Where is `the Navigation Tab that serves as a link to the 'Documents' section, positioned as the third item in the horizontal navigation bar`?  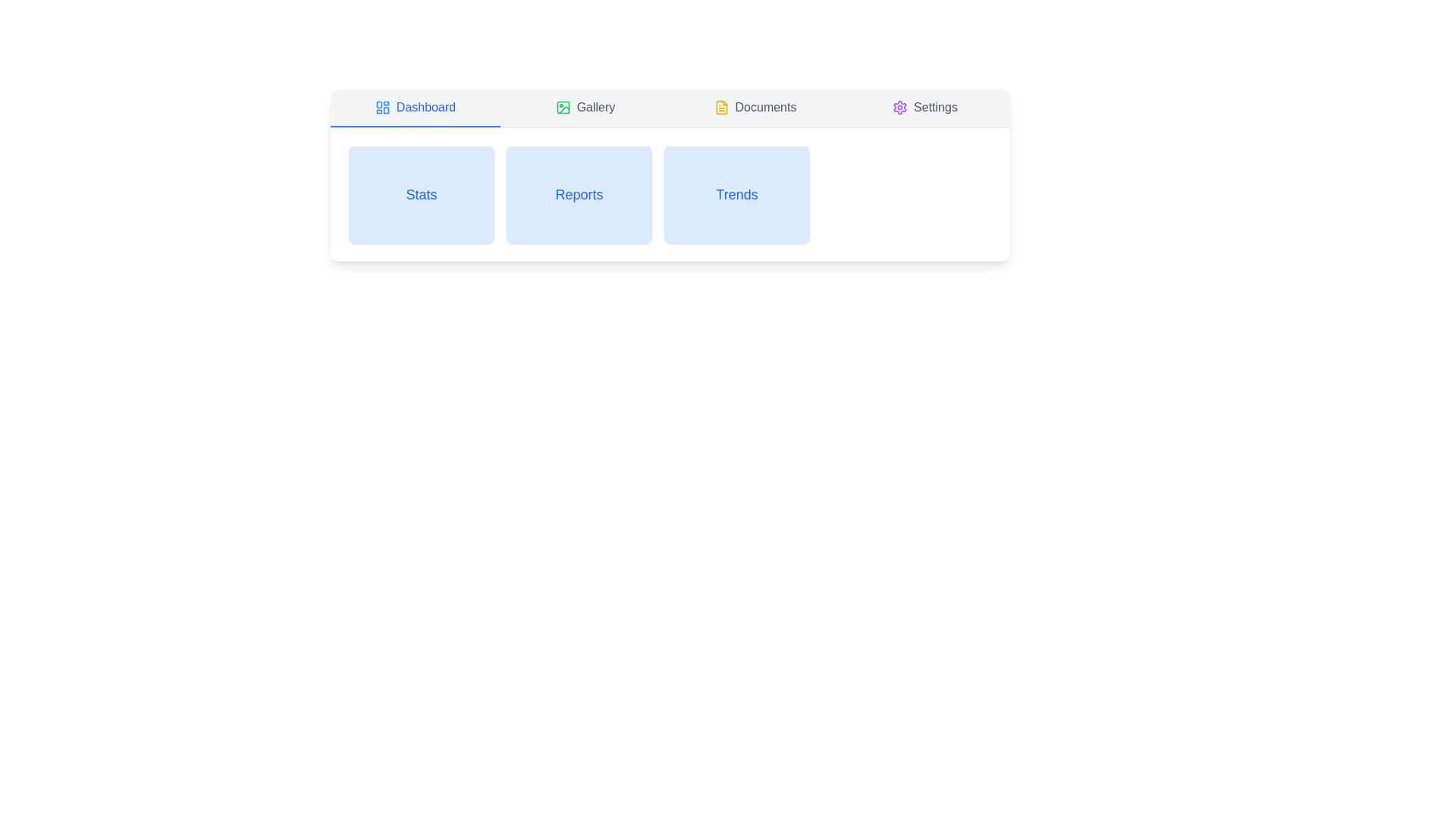 the Navigation Tab that serves as a link to the 'Documents' section, positioned as the third item in the horizontal navigation bar is located at coordinates (755, 107).